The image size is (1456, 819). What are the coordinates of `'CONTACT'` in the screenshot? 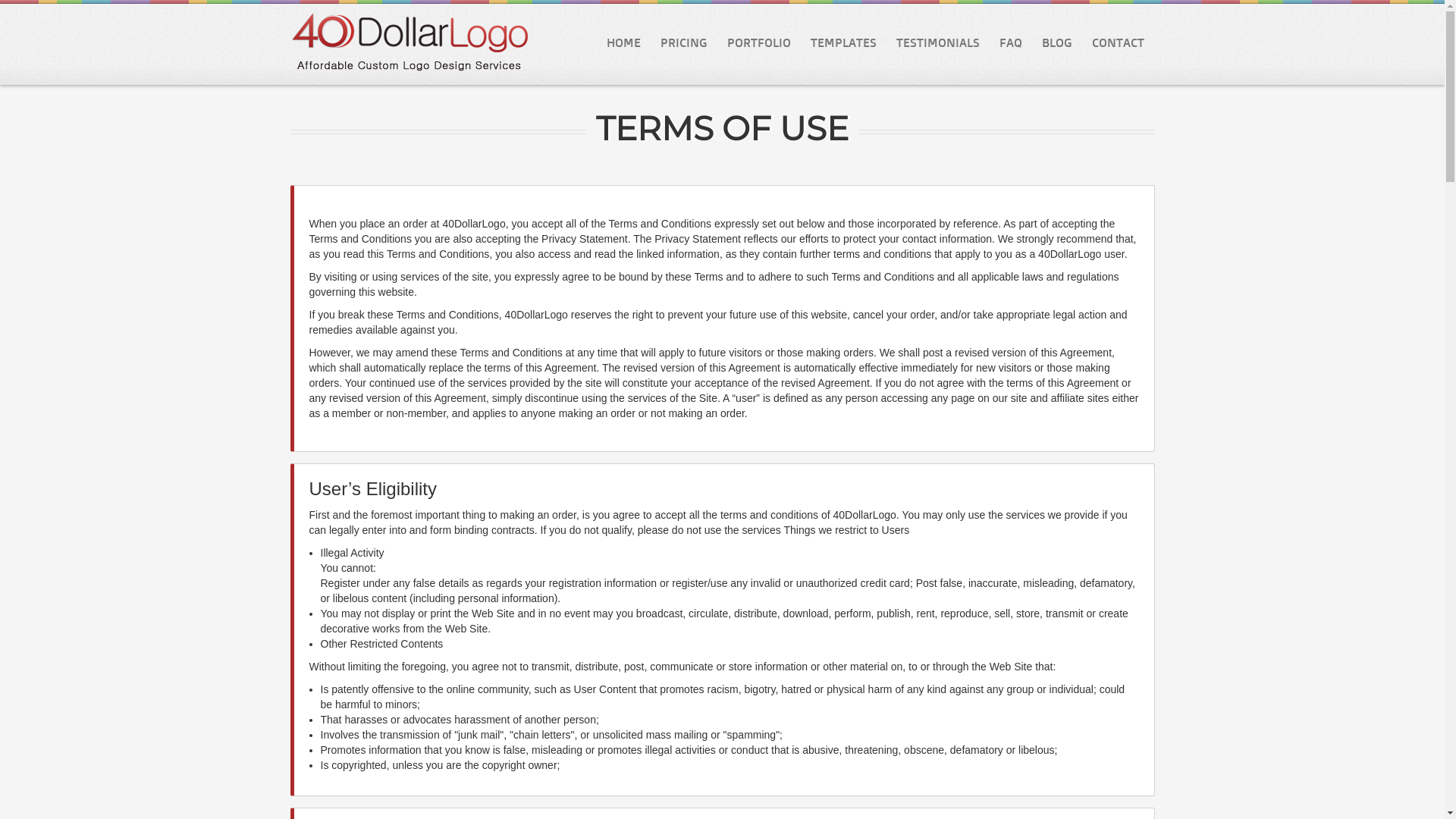 It's located at (1117, 42).